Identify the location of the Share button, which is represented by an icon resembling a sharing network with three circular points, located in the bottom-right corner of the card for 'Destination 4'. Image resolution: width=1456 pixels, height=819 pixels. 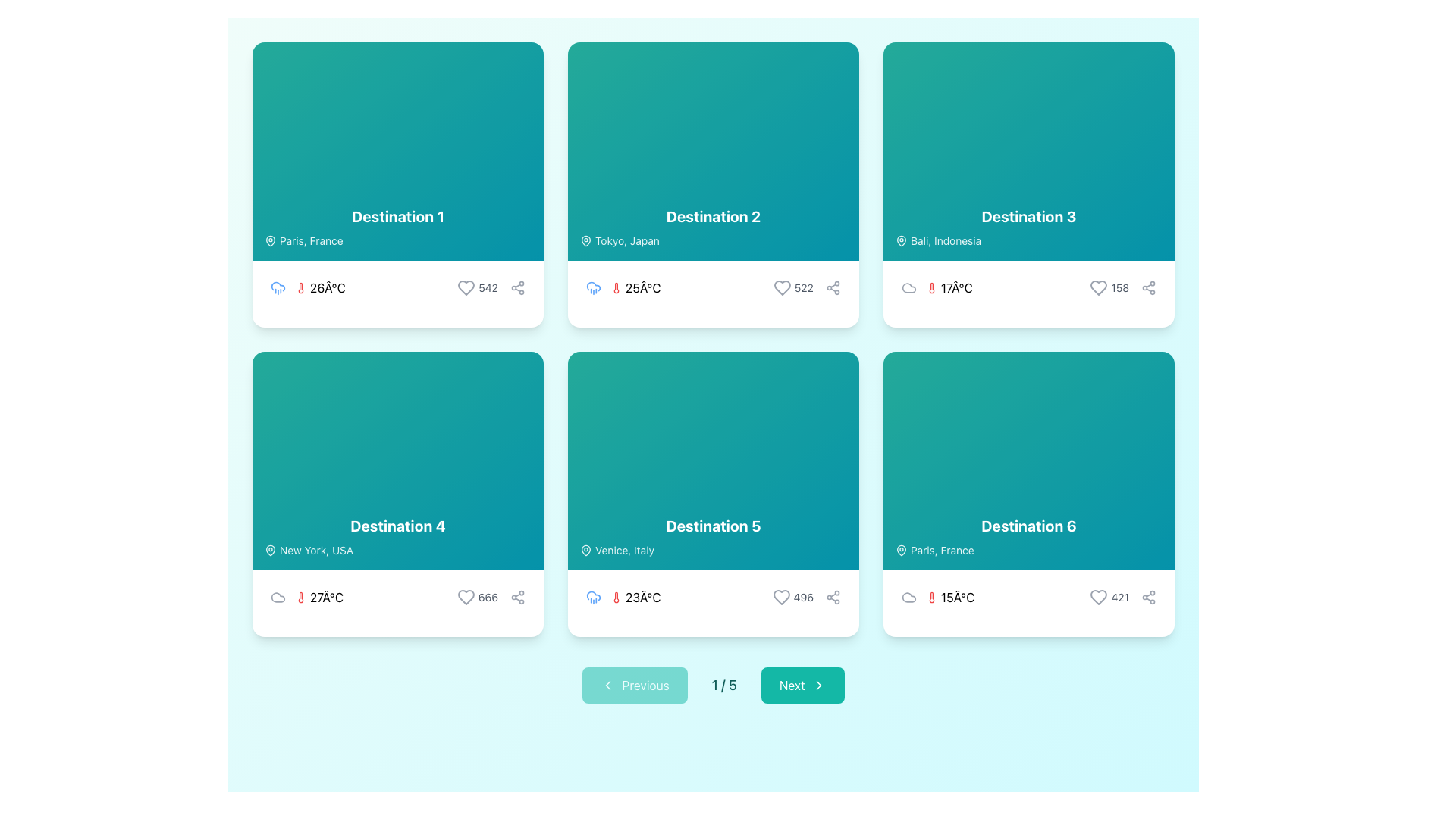
(517, 596).